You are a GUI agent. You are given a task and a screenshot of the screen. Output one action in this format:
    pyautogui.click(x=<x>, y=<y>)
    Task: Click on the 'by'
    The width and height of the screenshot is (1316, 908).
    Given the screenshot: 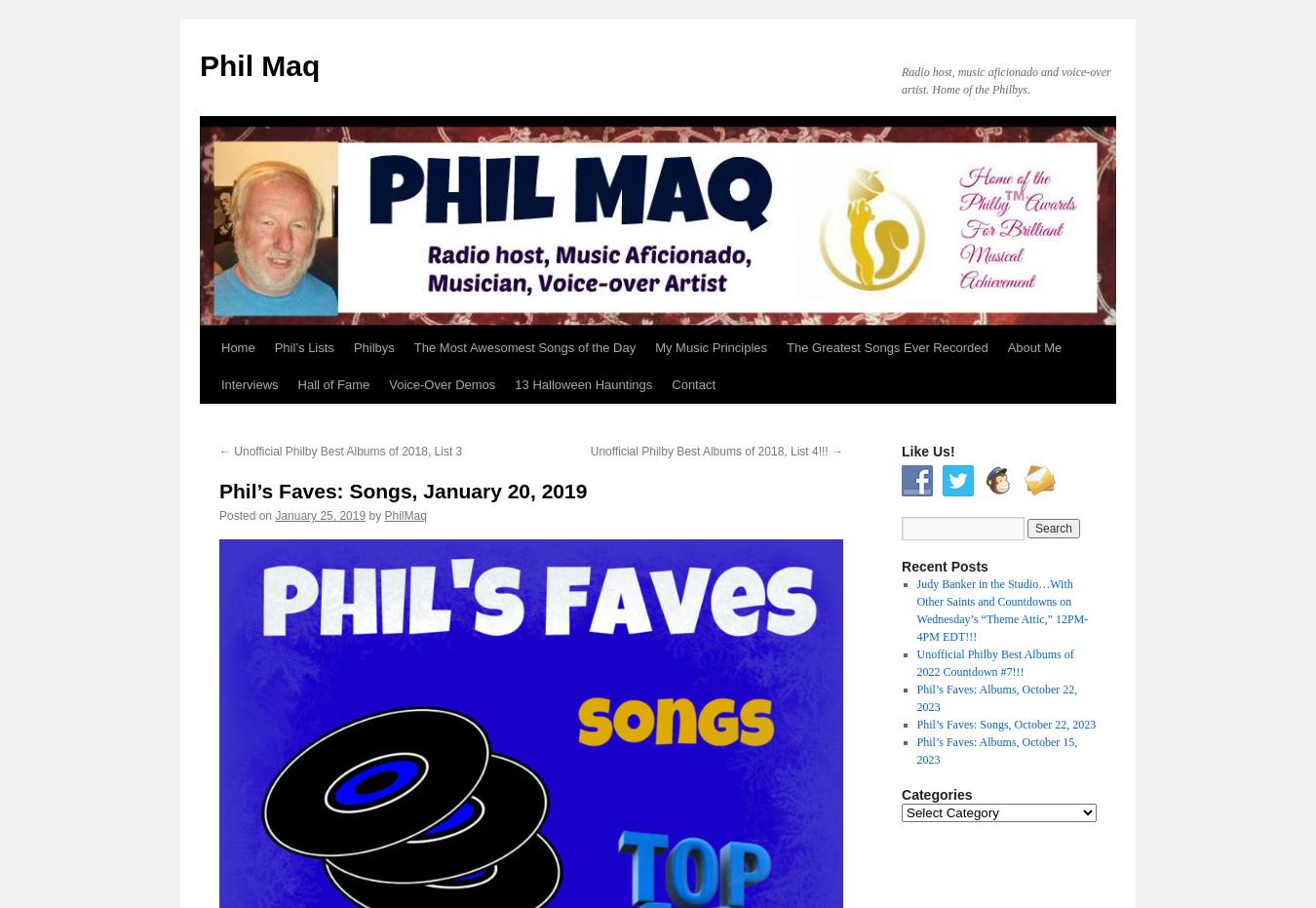 What is the action you would take?
    pyautogui.click(x=374, y=515)
    